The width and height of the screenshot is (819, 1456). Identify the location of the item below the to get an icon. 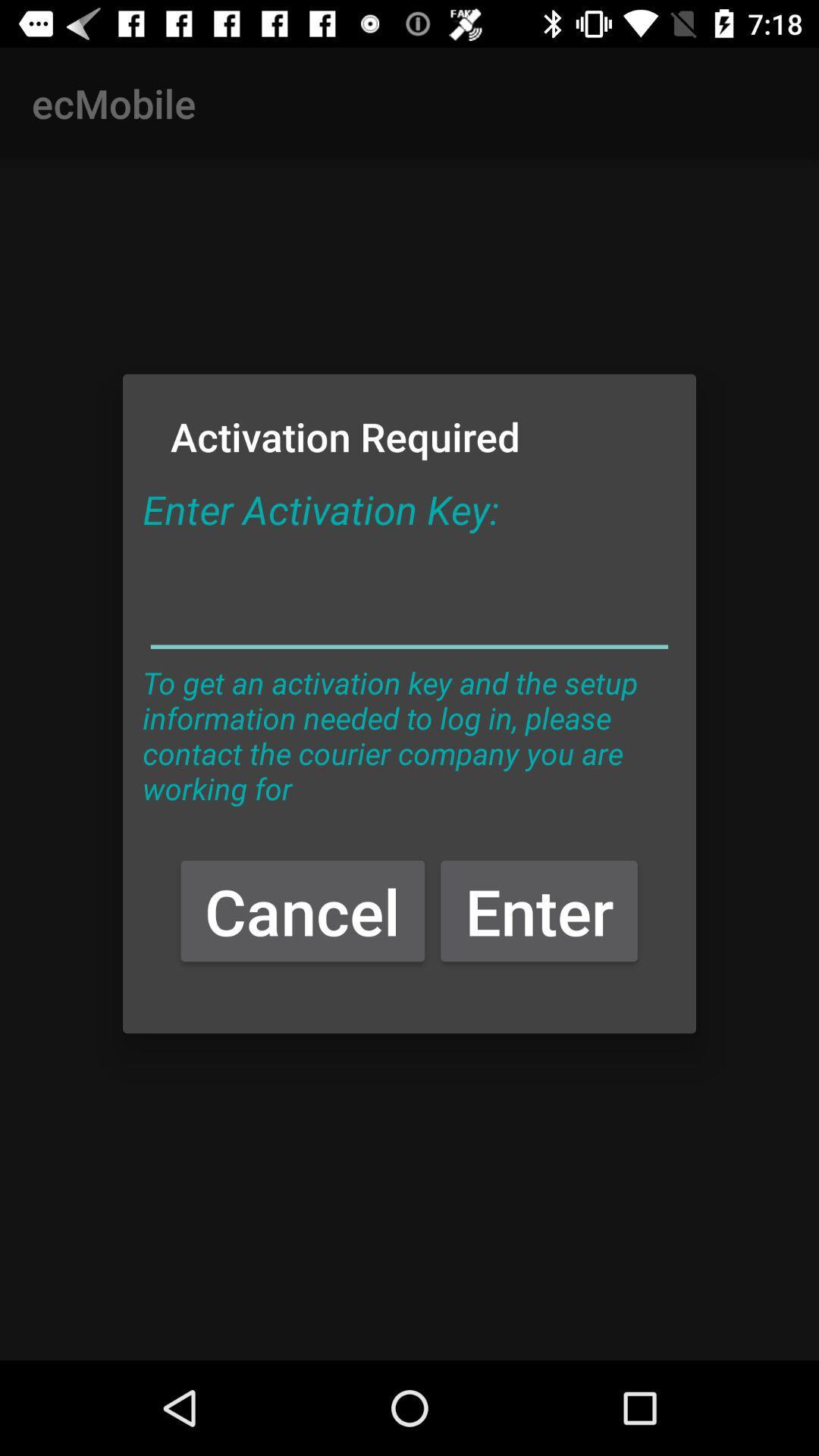
(303, 910).